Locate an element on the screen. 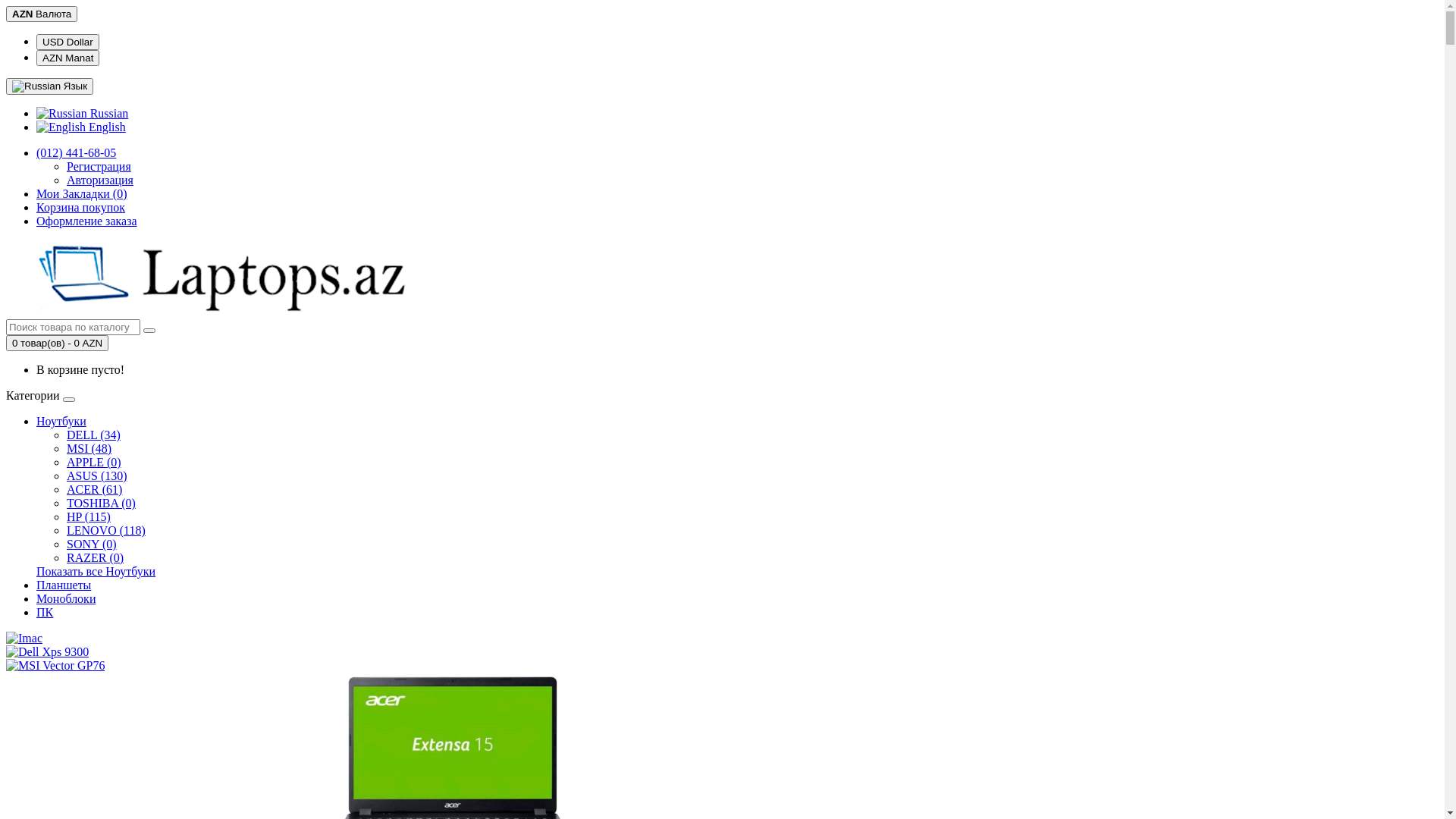  'Russian' is located at coordinates (36, 86).